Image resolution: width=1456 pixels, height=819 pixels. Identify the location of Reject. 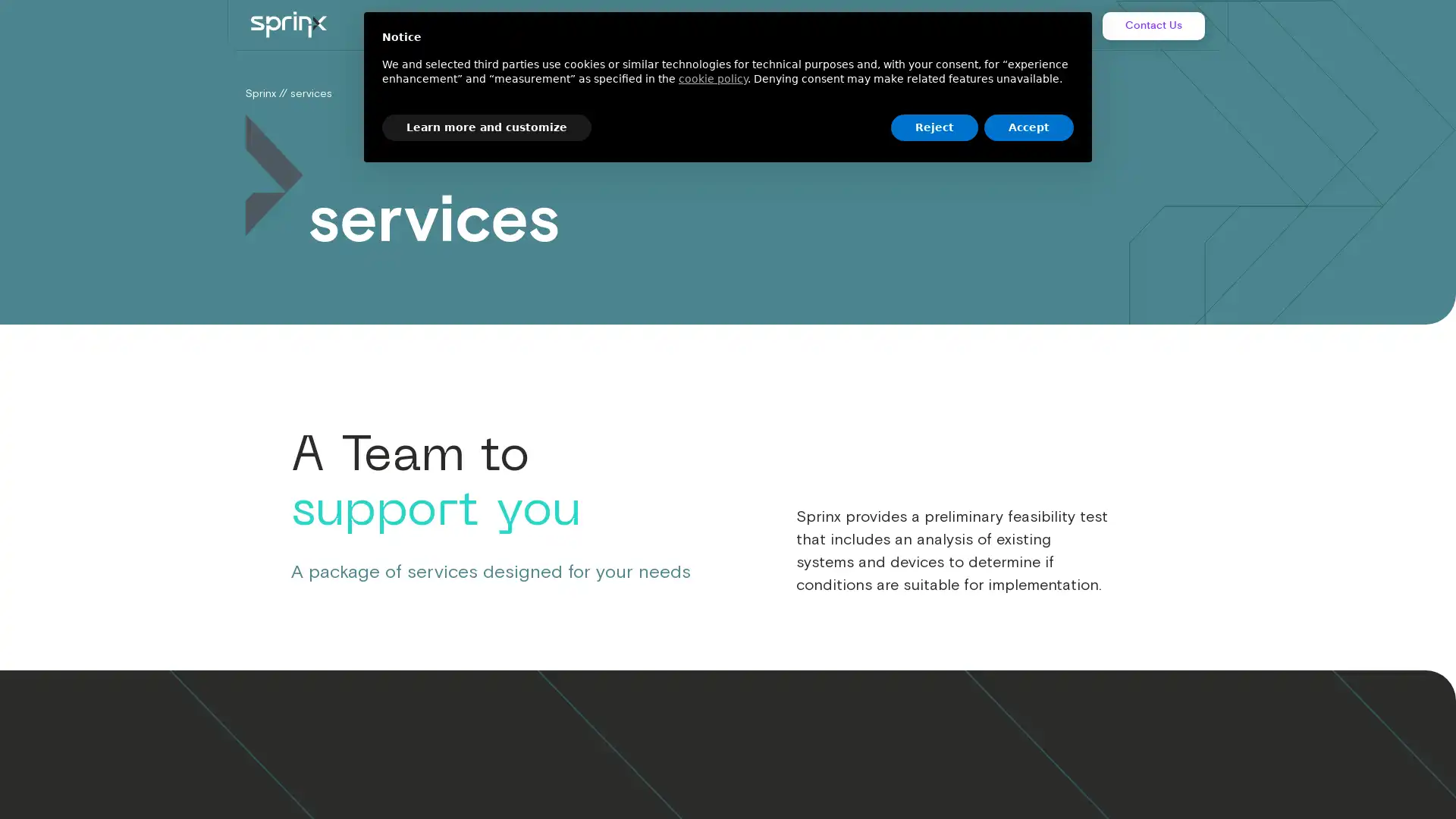
(934, 127).